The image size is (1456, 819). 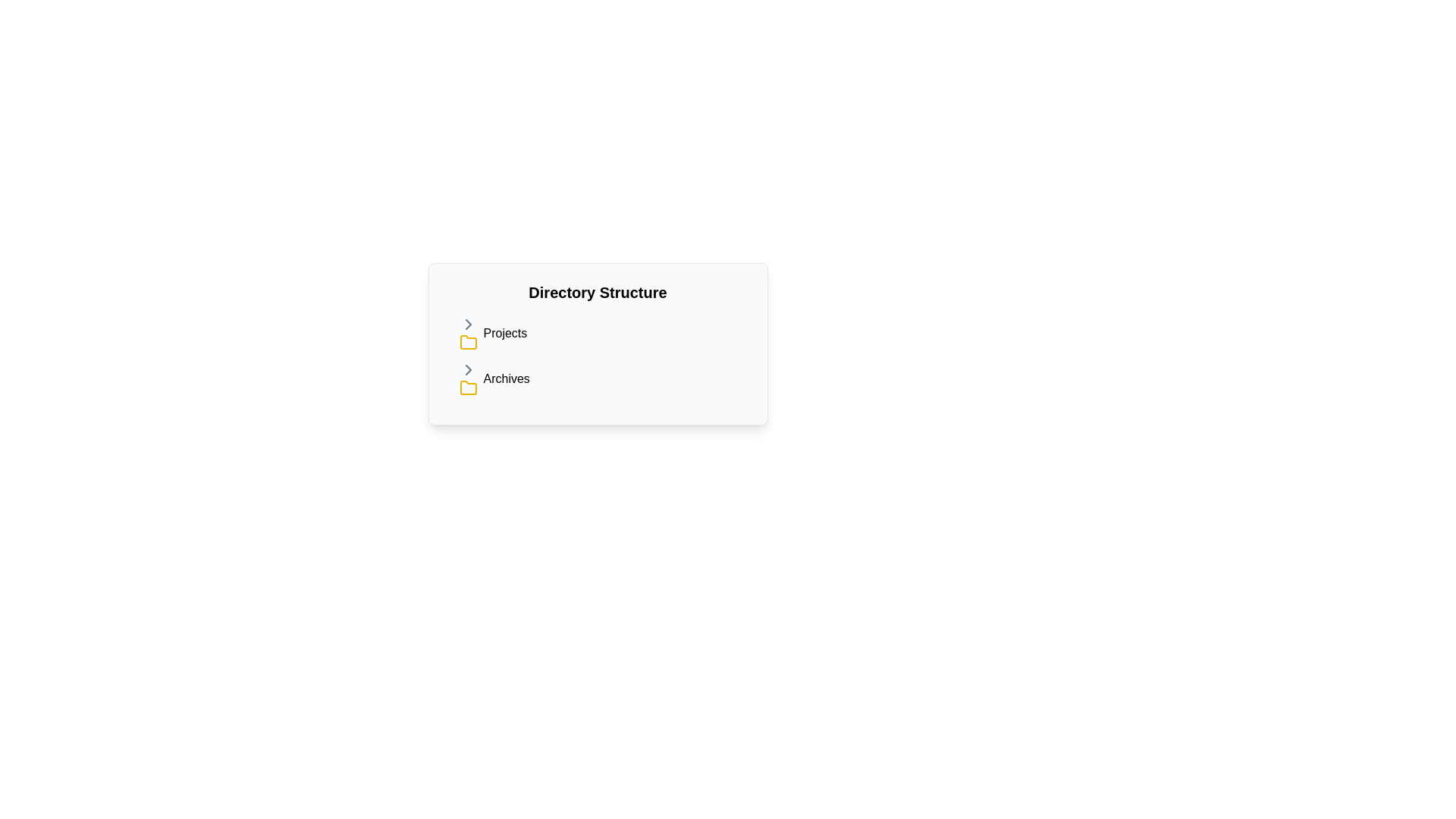 I want to click on the yellow folder icon representing the 'Projects' folder, so click(x=467, y=342).